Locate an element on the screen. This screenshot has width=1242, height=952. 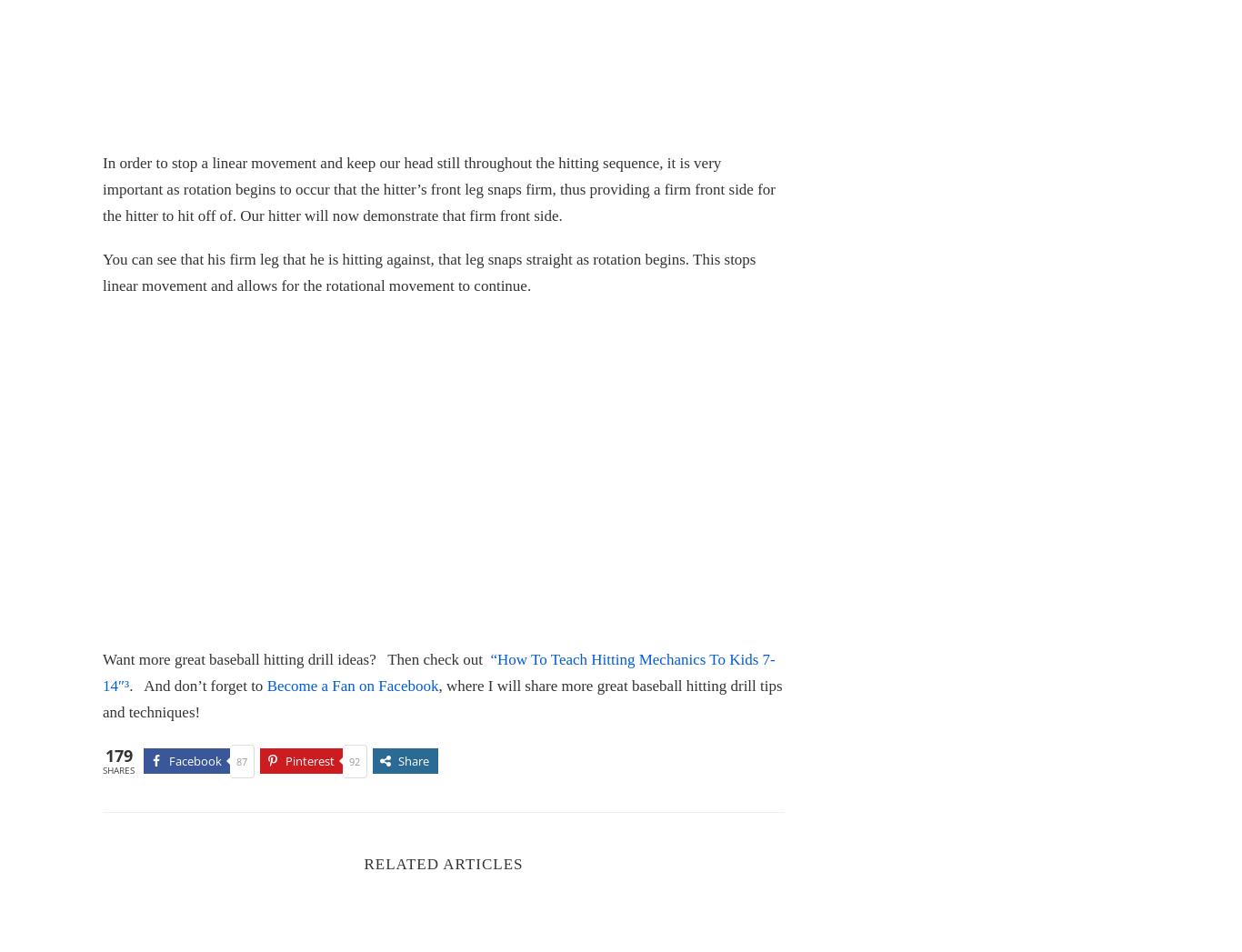
'You can see that his firm leg that he is hitting against, that leg snaps straight as rotation begins. This stops linear movement and allows for the rotational movement to continue.' is located at coordinates (428, 271).